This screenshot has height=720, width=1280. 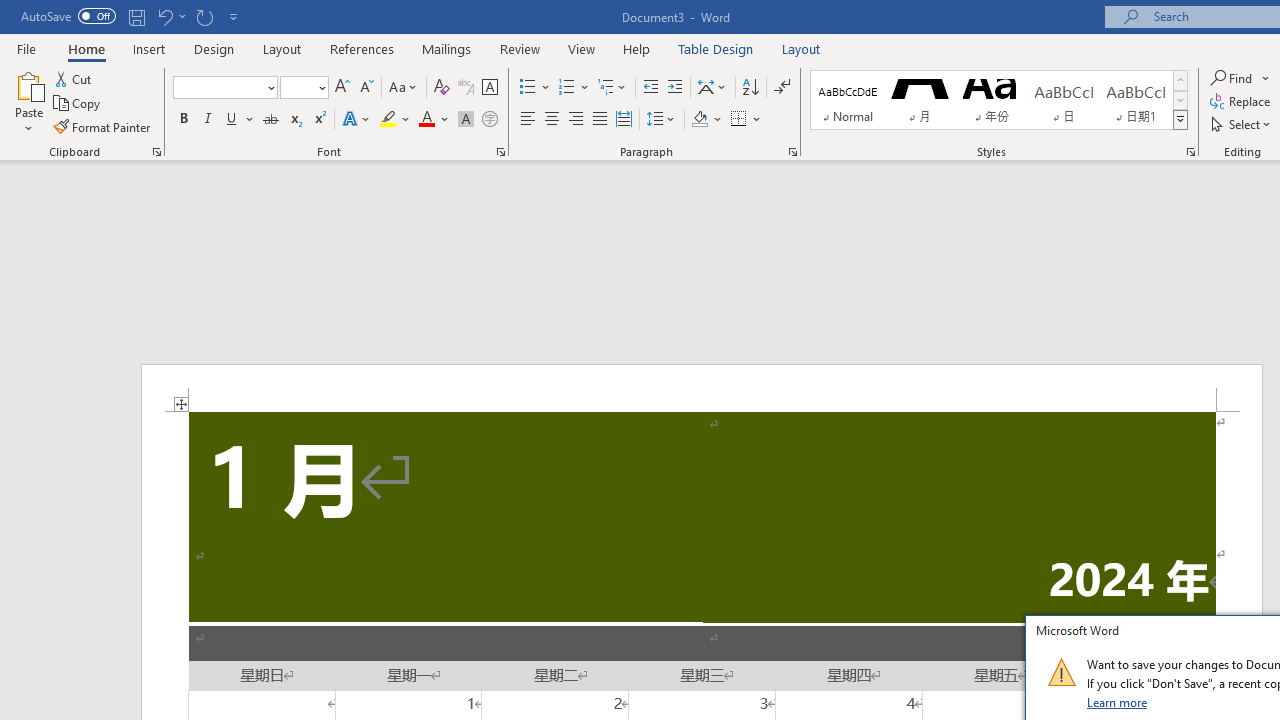 I want to click on 'Superscript', so click(x=318, y=119).